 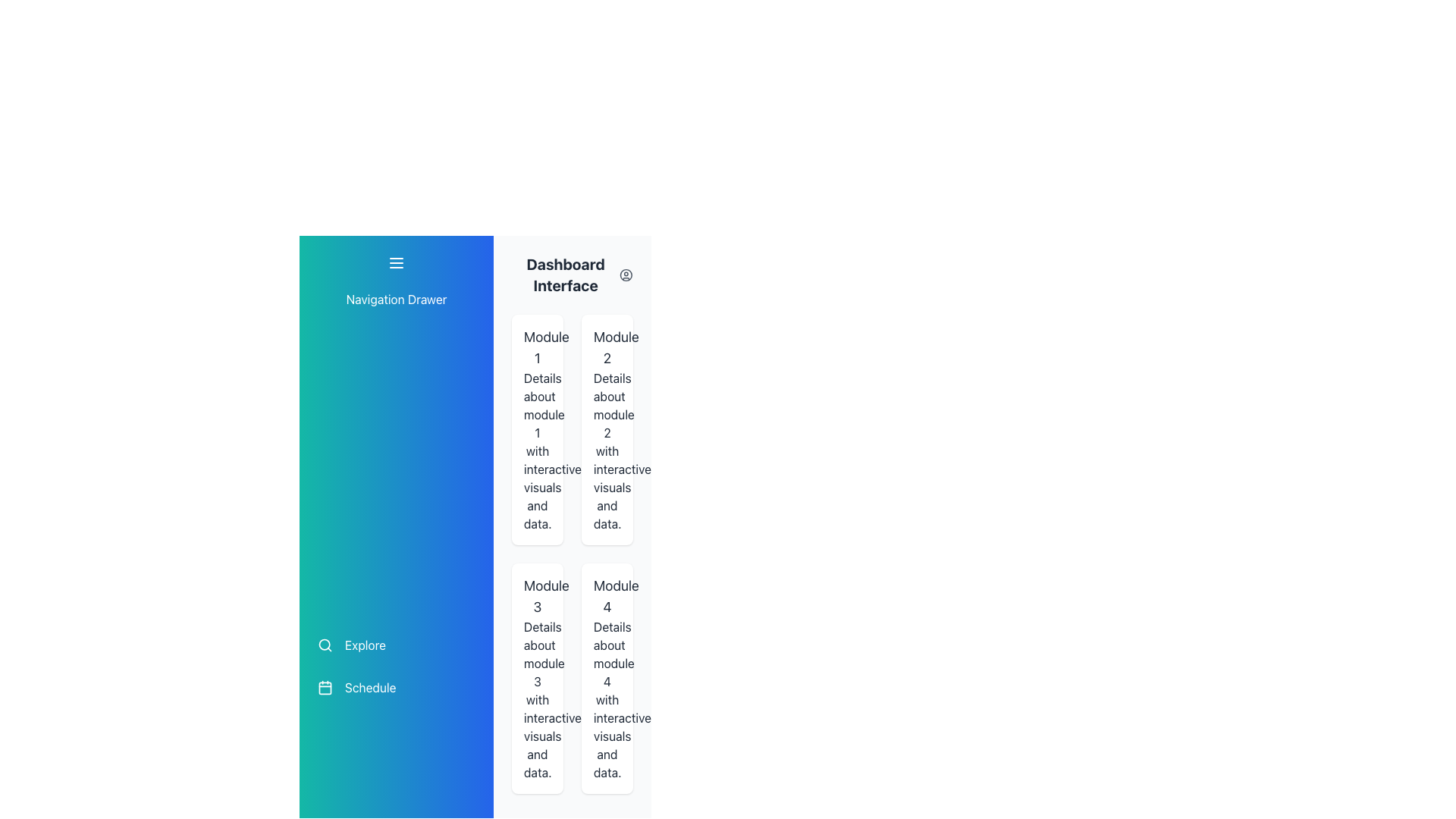 What do you see at coordinates (370, 687) in the screenshot?
I see `the 'Schedule' text label located in the navigation menu, positioned below the 'Explore' item and adjacent to the calendar icon` at bounding box center [370, 687].